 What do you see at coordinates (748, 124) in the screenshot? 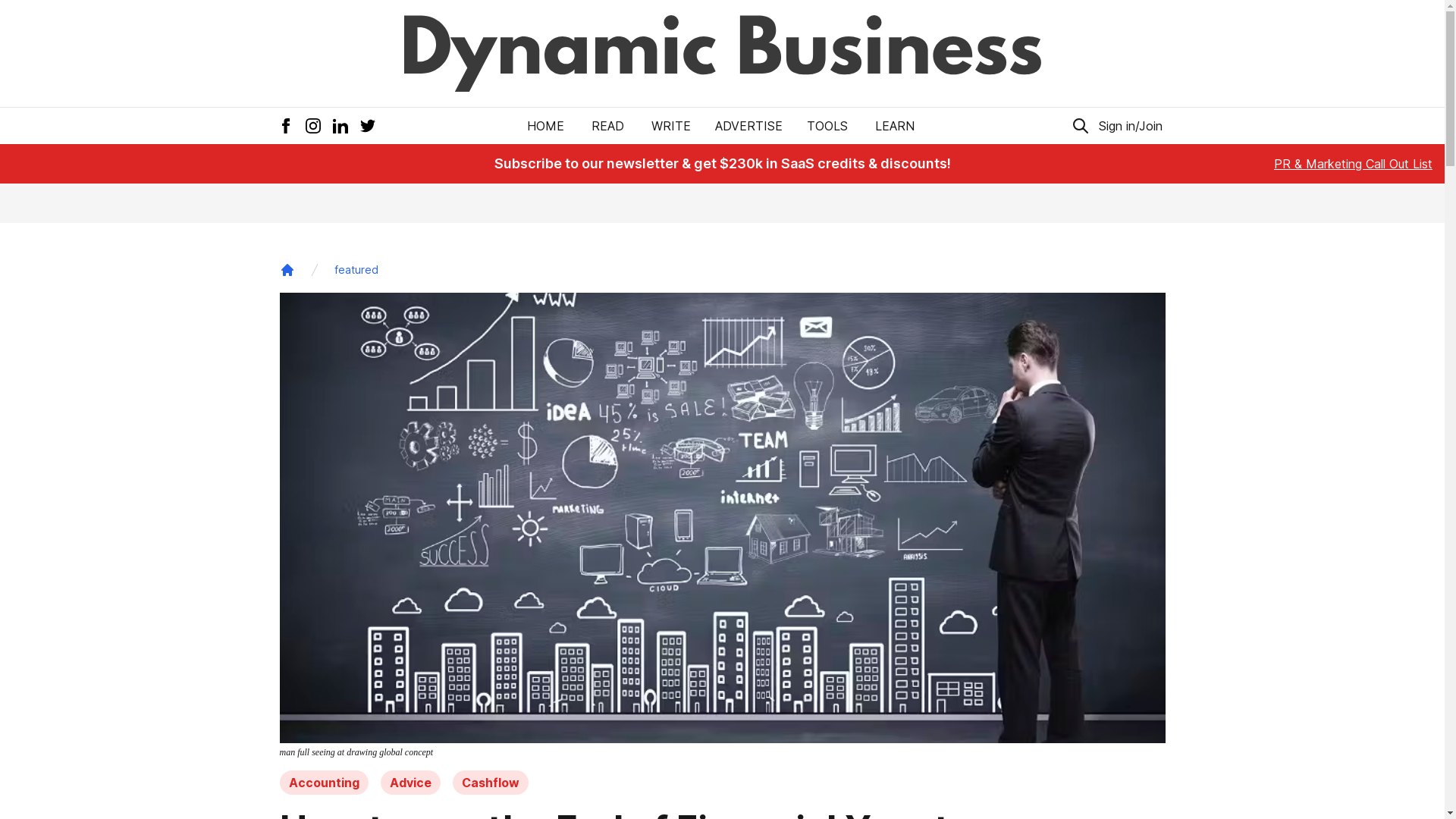
I see `'ADVERTISE'` at bounding box center [748, 124].